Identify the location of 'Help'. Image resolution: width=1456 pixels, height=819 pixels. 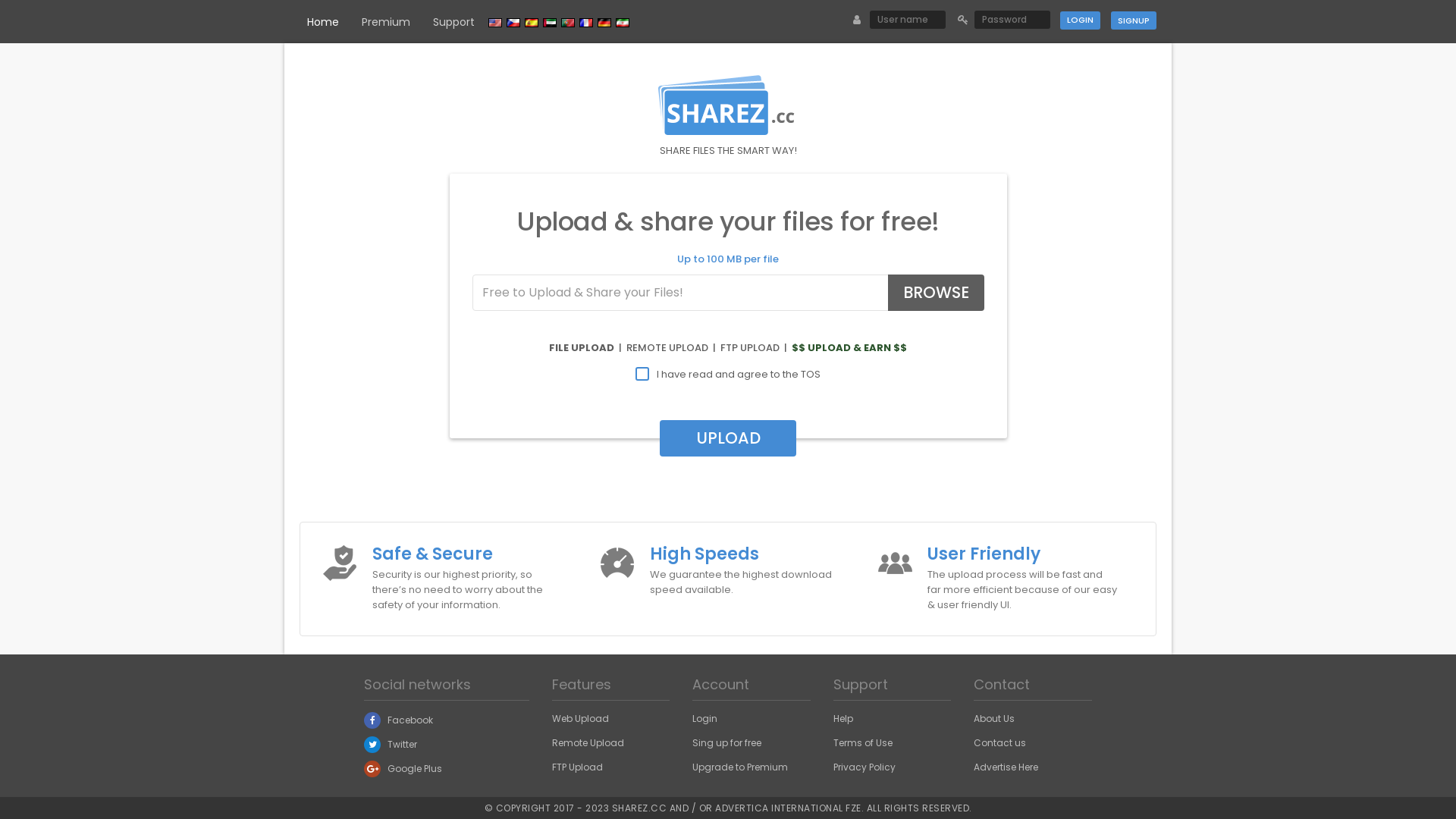
(843, 717).